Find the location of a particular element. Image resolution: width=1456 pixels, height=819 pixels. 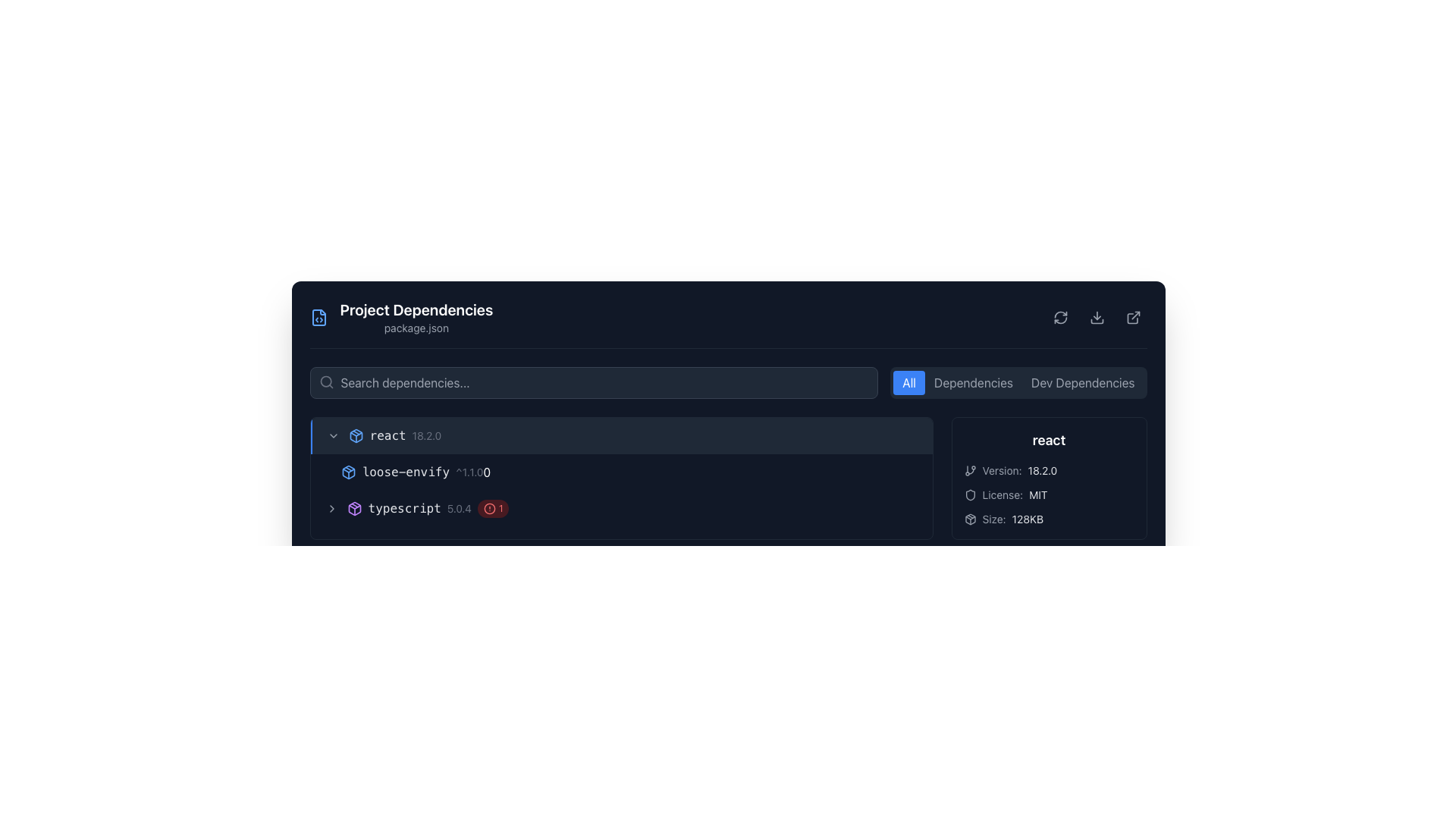

the Icon Button located near the top-right corner of the interface is located at coordinates (1097, 317).